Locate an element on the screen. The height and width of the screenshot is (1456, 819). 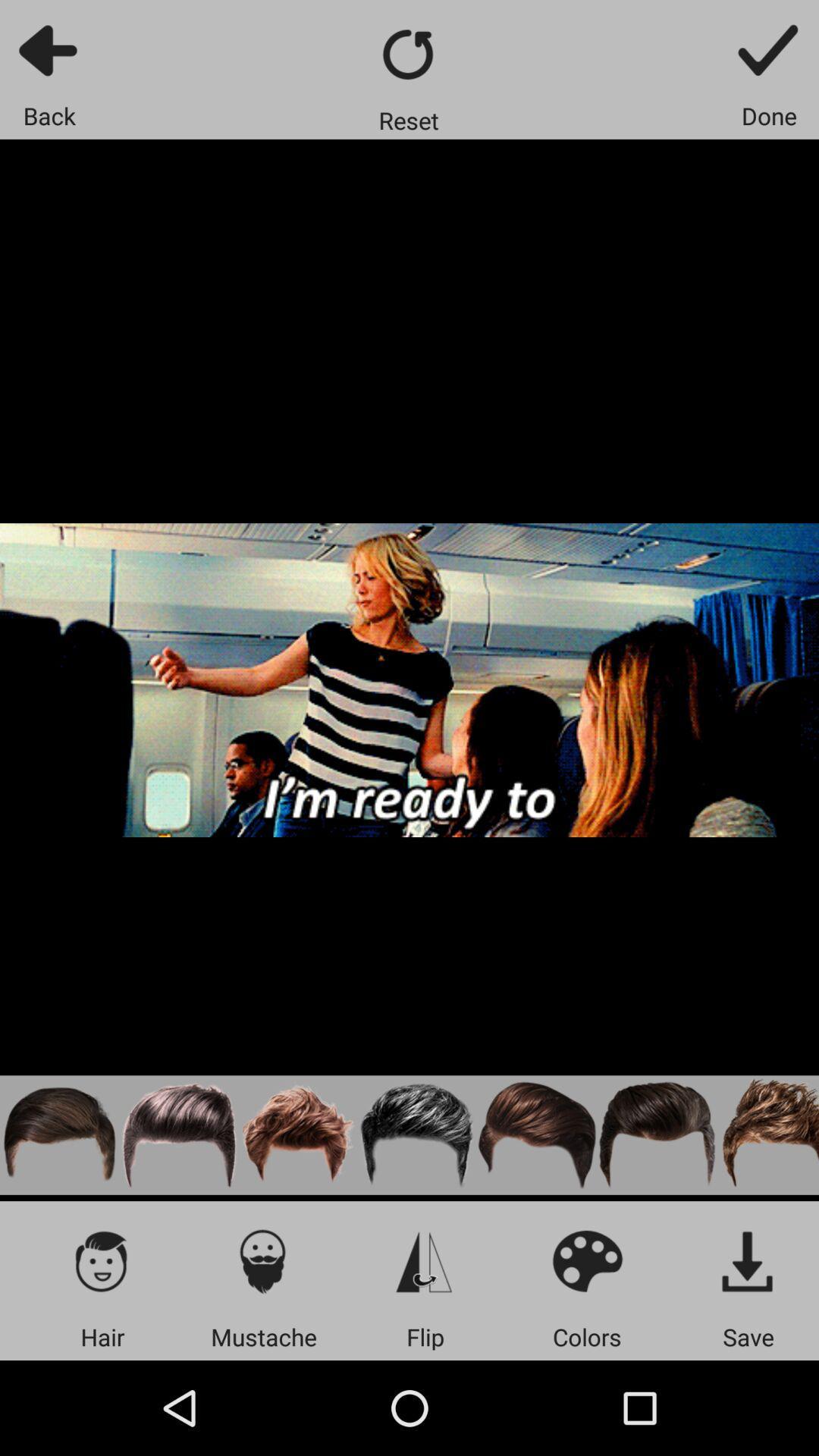
icon above hair is located at coordinates (102, 1260).